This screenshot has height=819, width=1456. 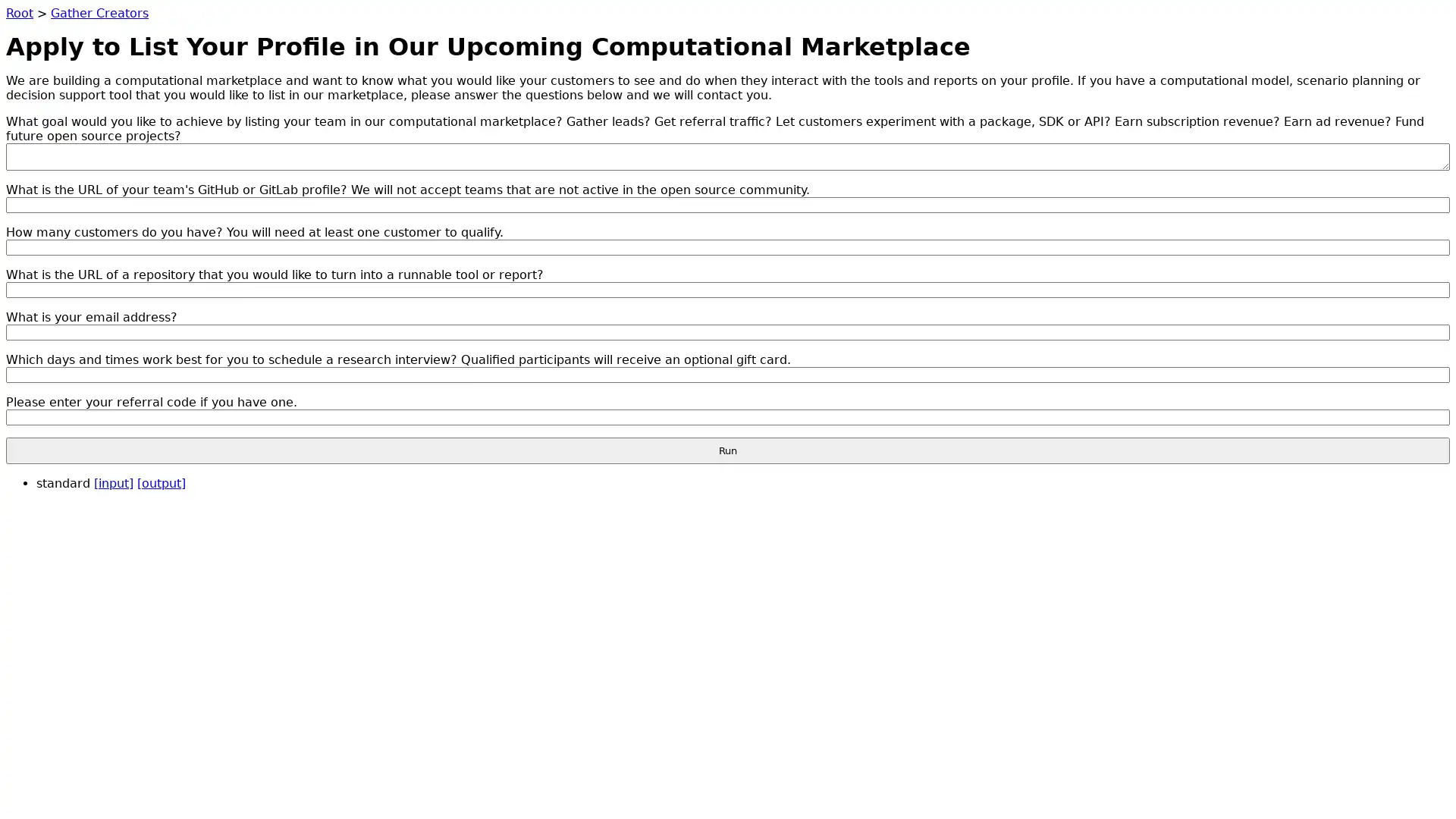 I want to click on Run, so click(x=728, y=450).